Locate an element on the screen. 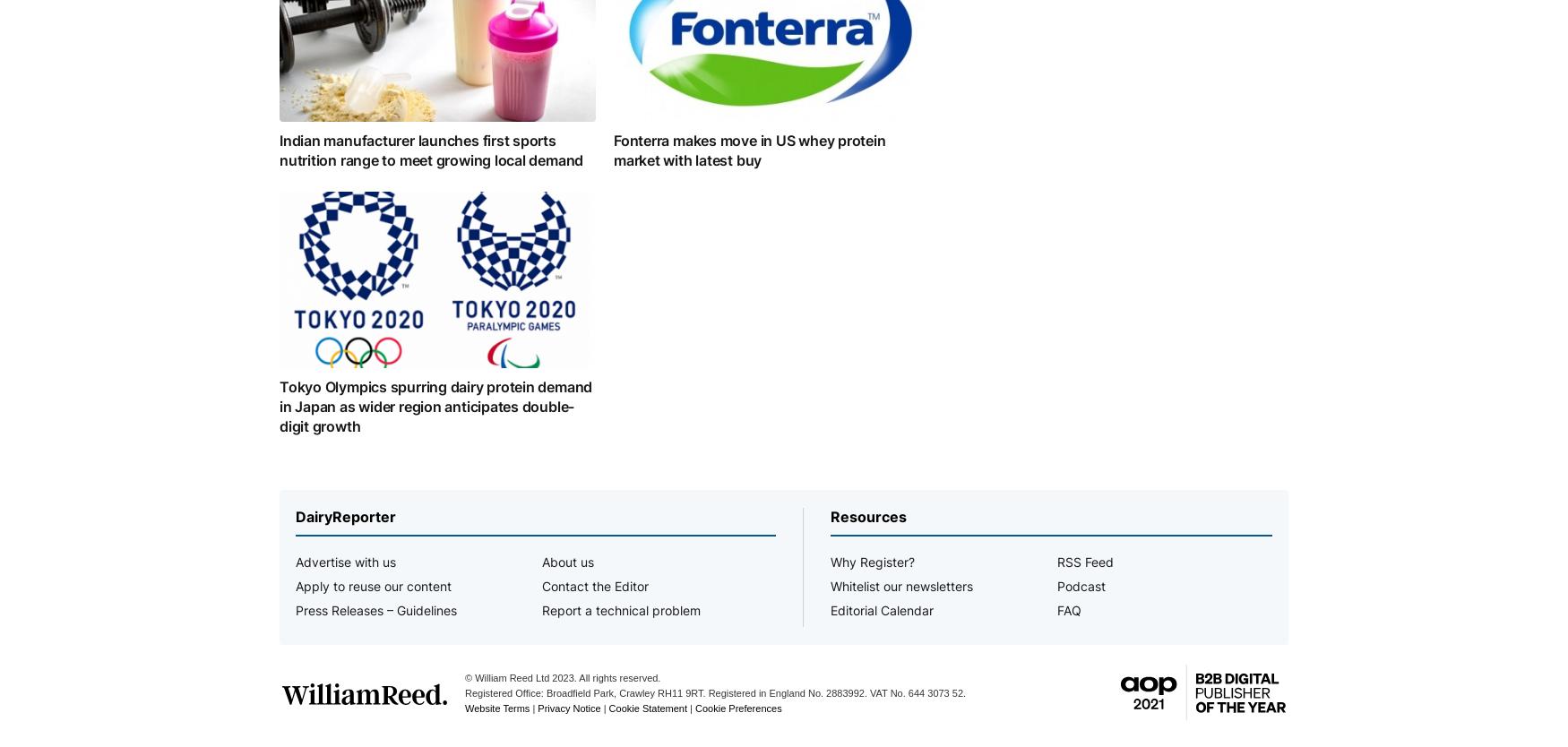  'Tokyo Olympics spurring dairy protein demand in Japan as wider region anticipates double-digit growth' is located at coordinates (279, 407).